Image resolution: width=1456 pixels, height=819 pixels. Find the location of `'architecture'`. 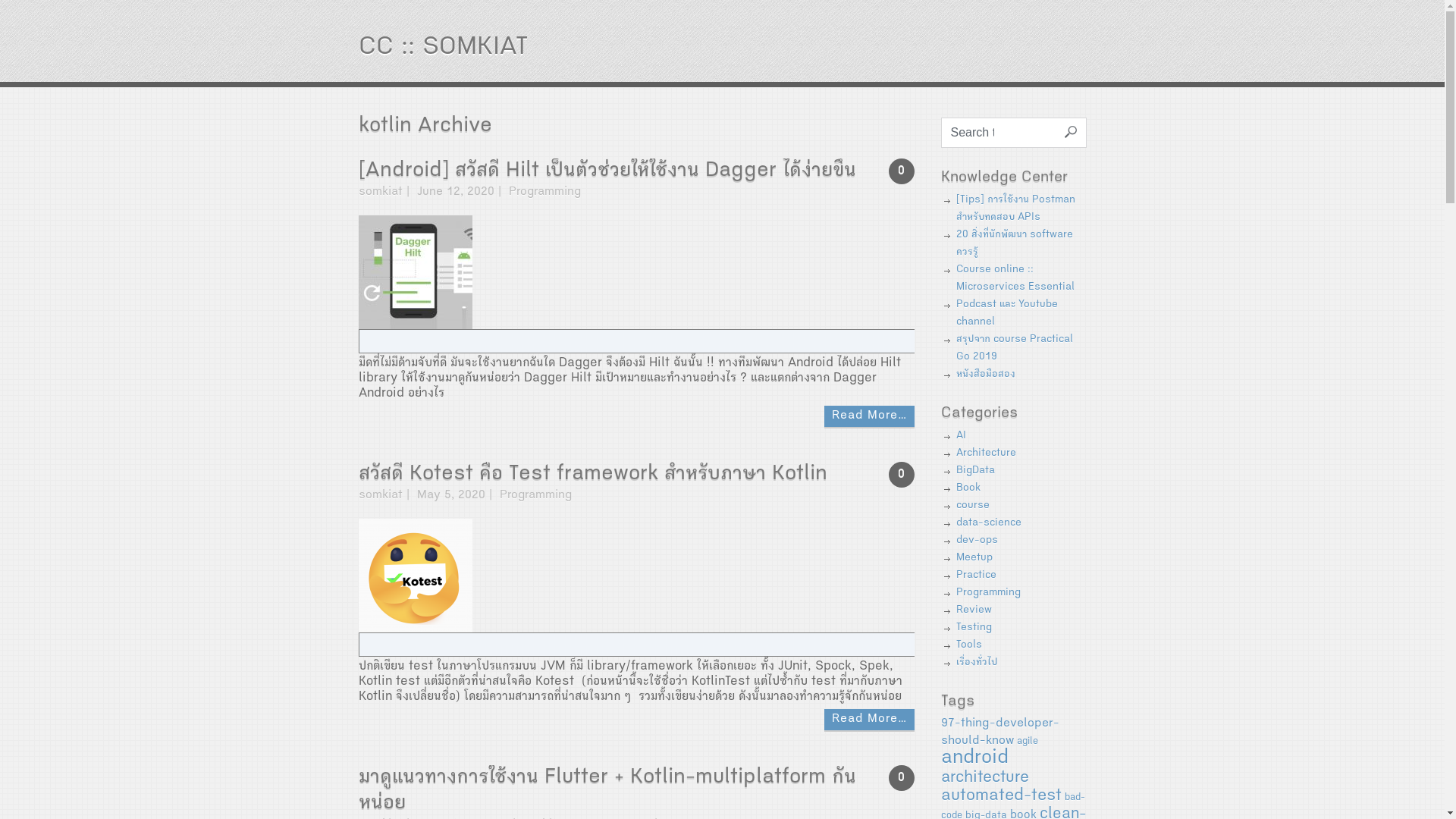

'architecture' is located at coordinates (984, 778).